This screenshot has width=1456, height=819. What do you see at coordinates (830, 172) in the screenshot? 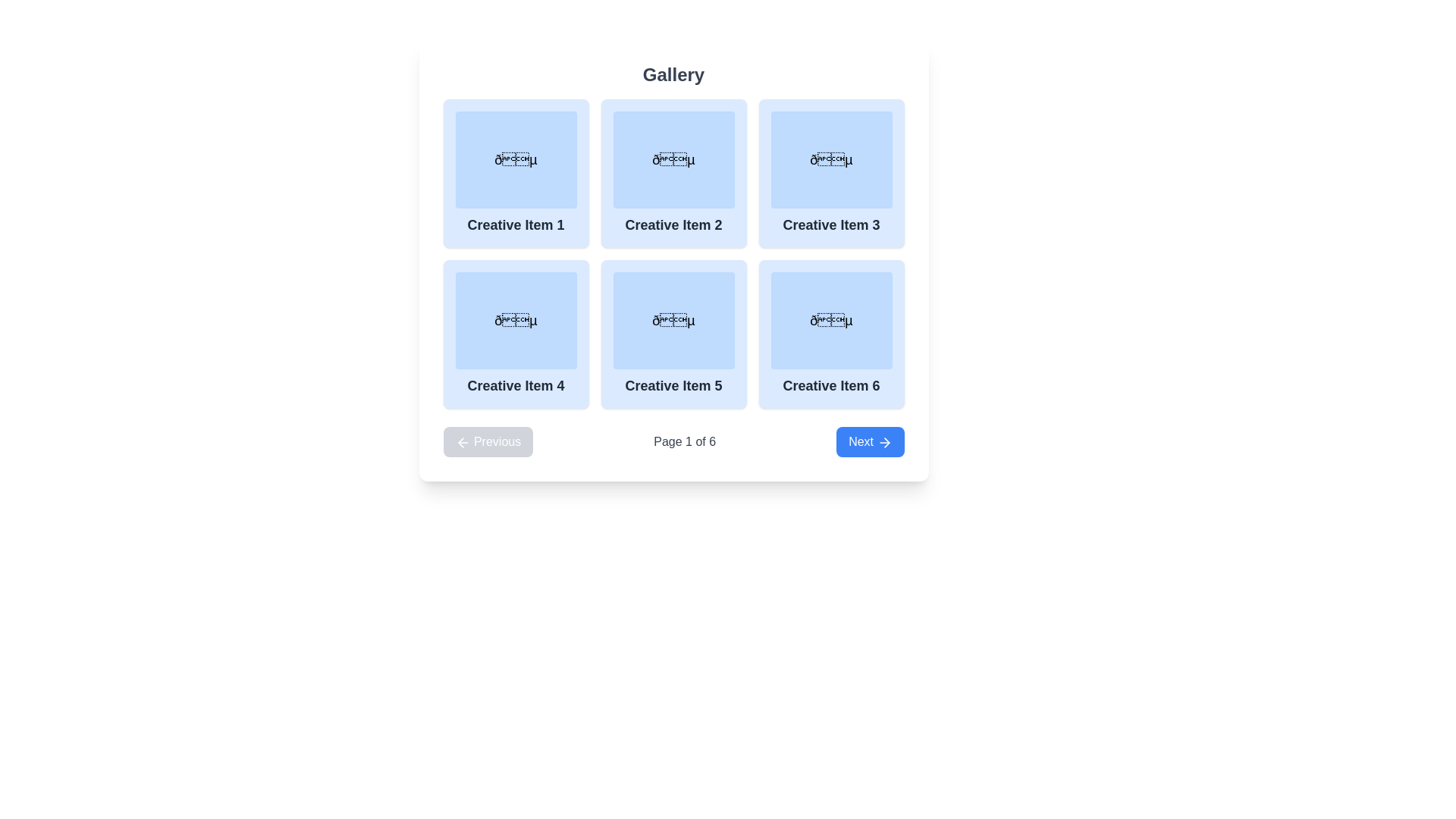
I see `the third card in the first row of the gallery` at bounding box center [830, 172].